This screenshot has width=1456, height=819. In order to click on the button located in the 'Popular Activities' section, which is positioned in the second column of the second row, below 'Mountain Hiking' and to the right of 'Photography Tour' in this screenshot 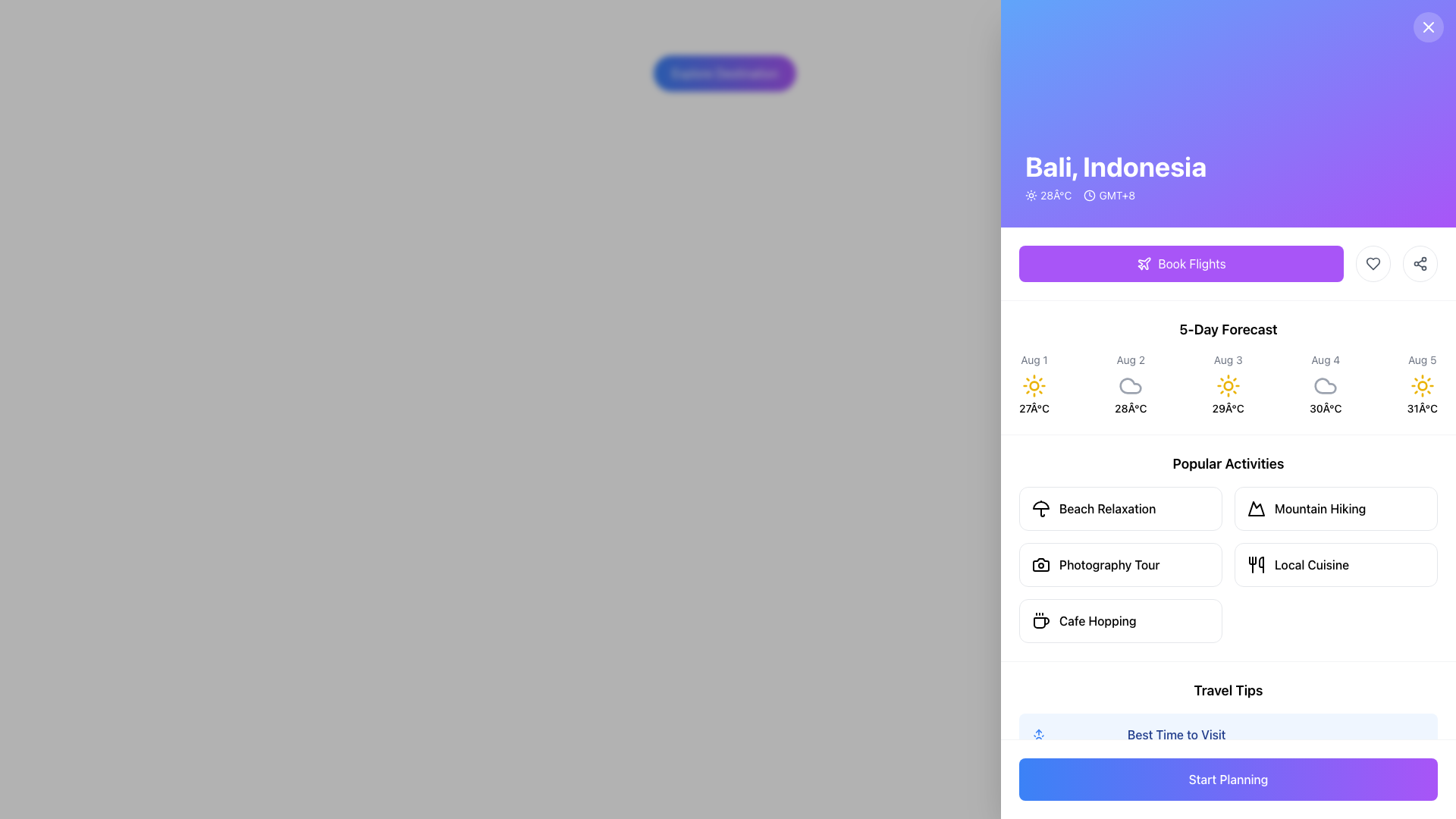, I will do `click(1335, 564)`.